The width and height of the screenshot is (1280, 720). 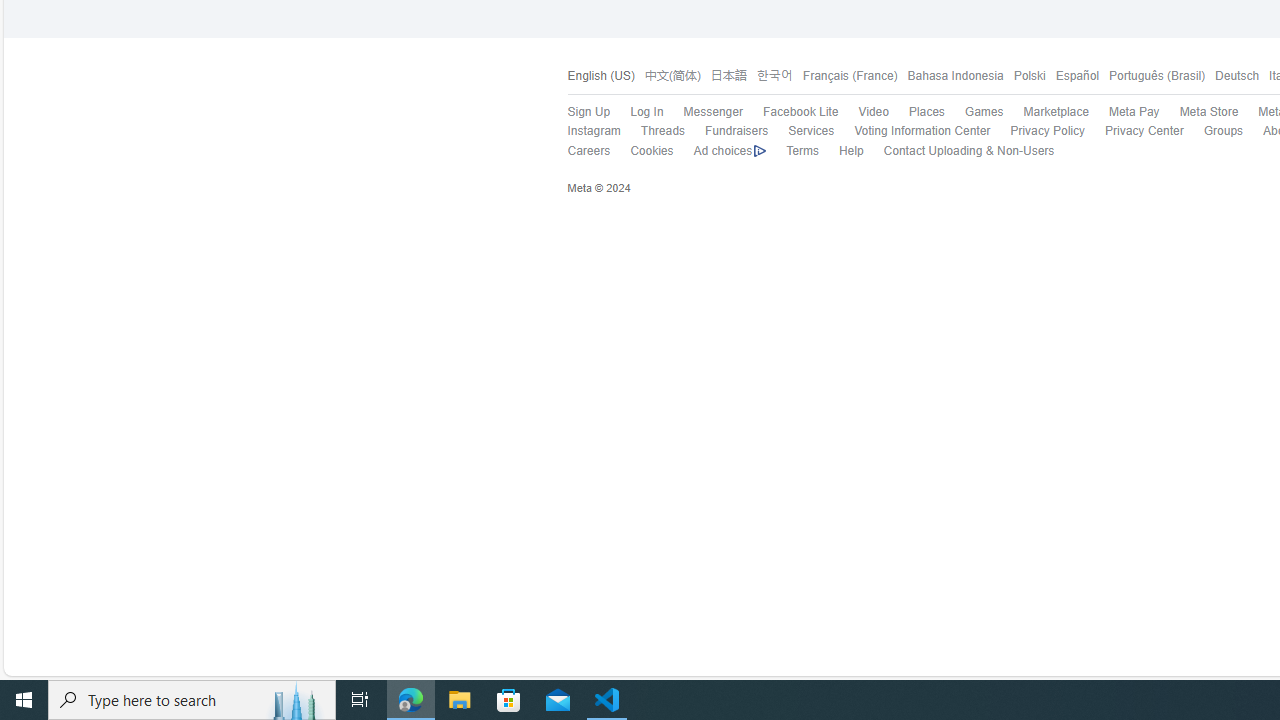 What do you see at coordinates (974, 113) in the screenshot?
I see `'Games'` at bounding box center [974, 113].